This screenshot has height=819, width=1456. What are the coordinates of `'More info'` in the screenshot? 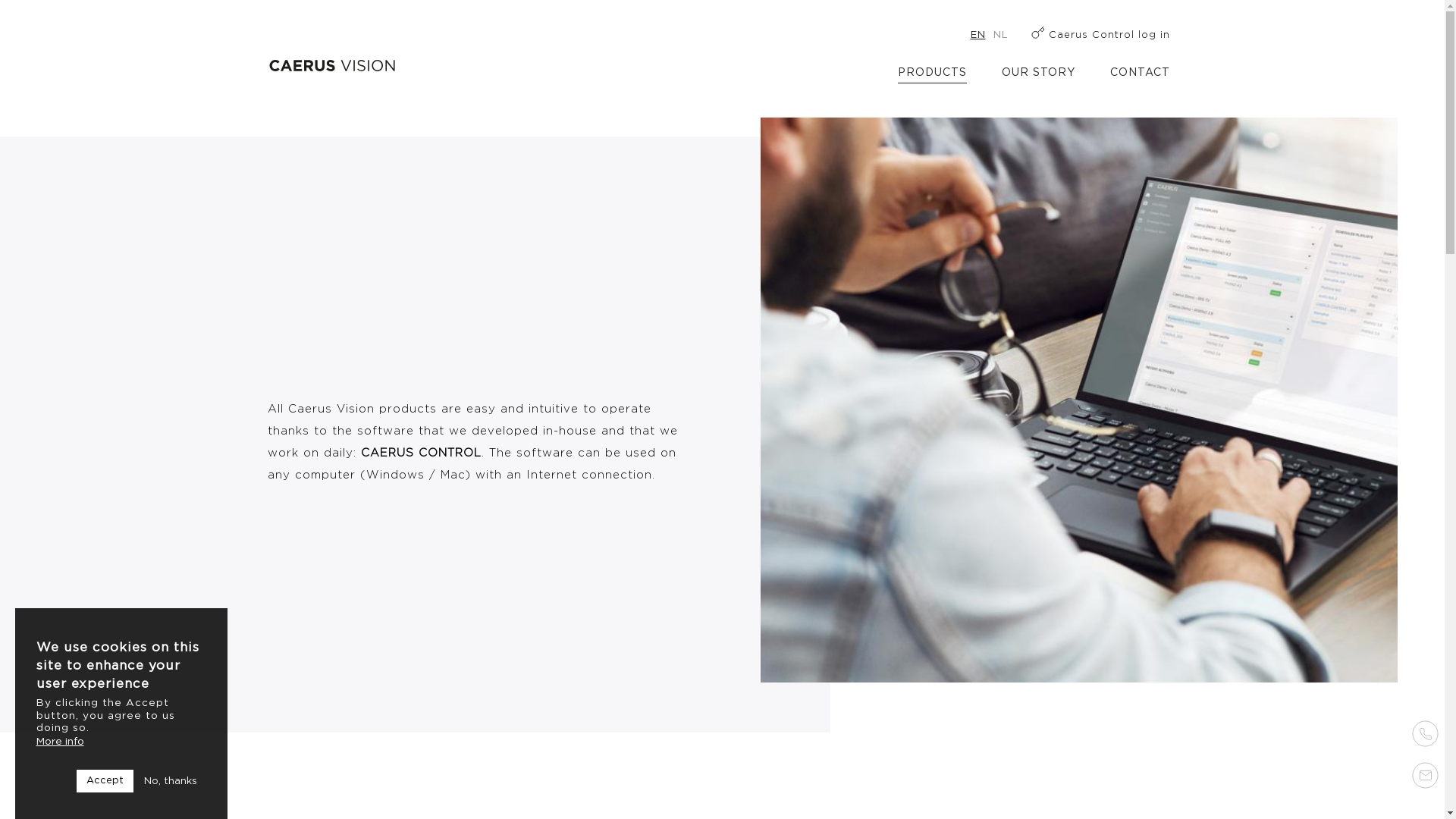 It's located at (60, 740).